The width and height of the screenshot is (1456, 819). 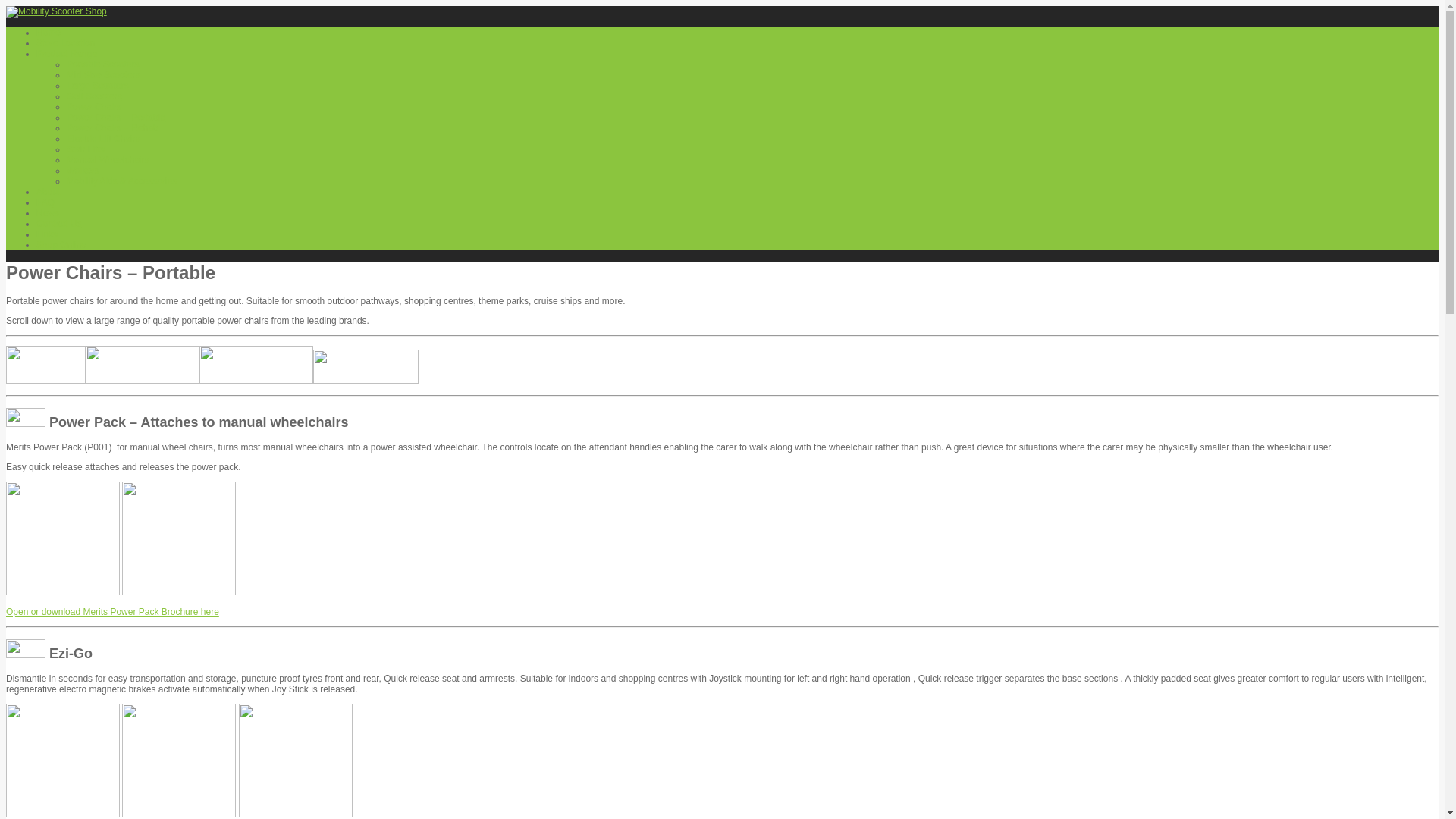 What do you see at coordinates (45, 201) in the screenshot?
I see `'FAQ'` at bounding box center [45, 201].